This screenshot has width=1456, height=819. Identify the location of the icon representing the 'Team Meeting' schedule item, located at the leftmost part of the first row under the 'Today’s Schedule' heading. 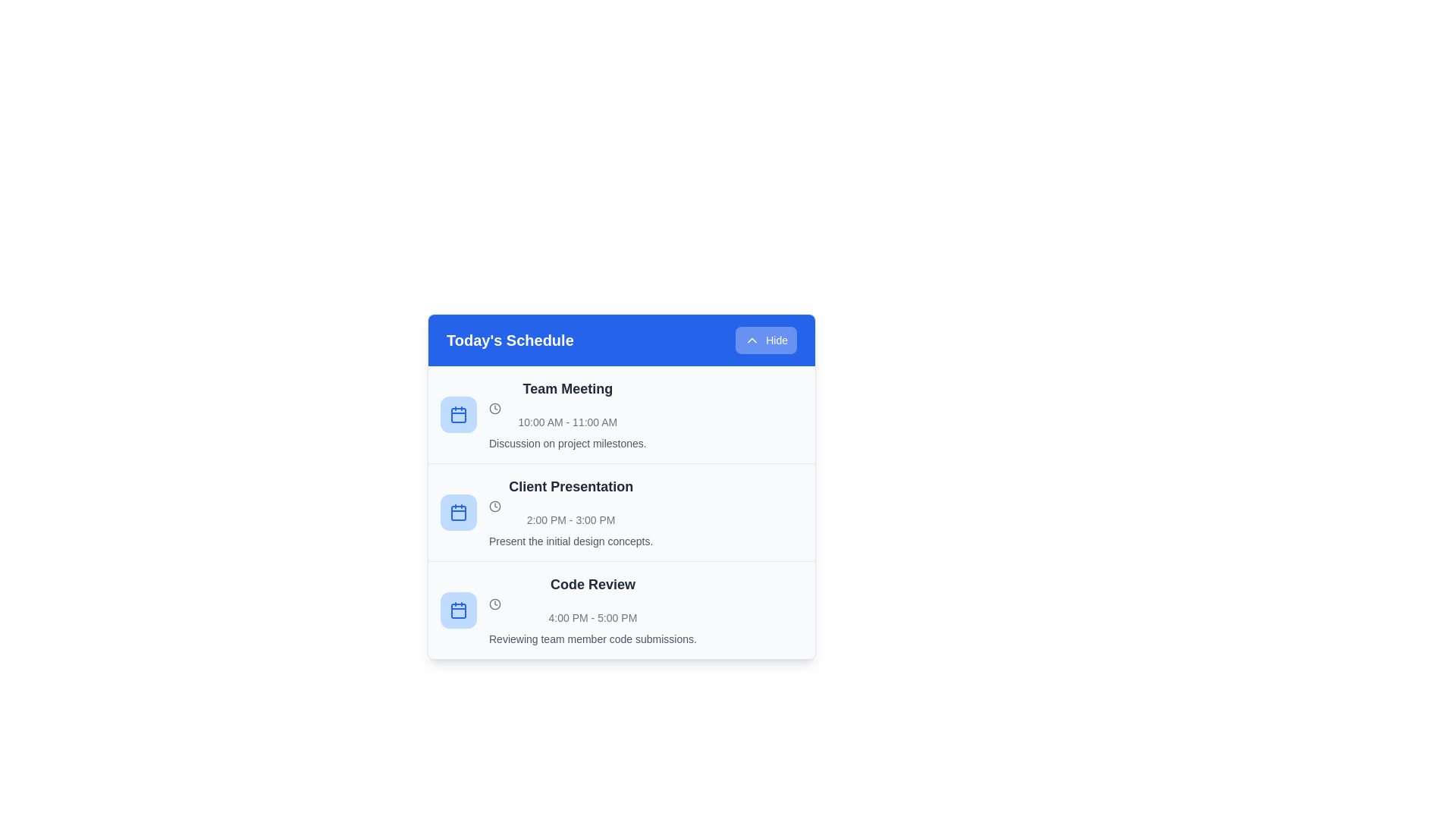
(457, 415).